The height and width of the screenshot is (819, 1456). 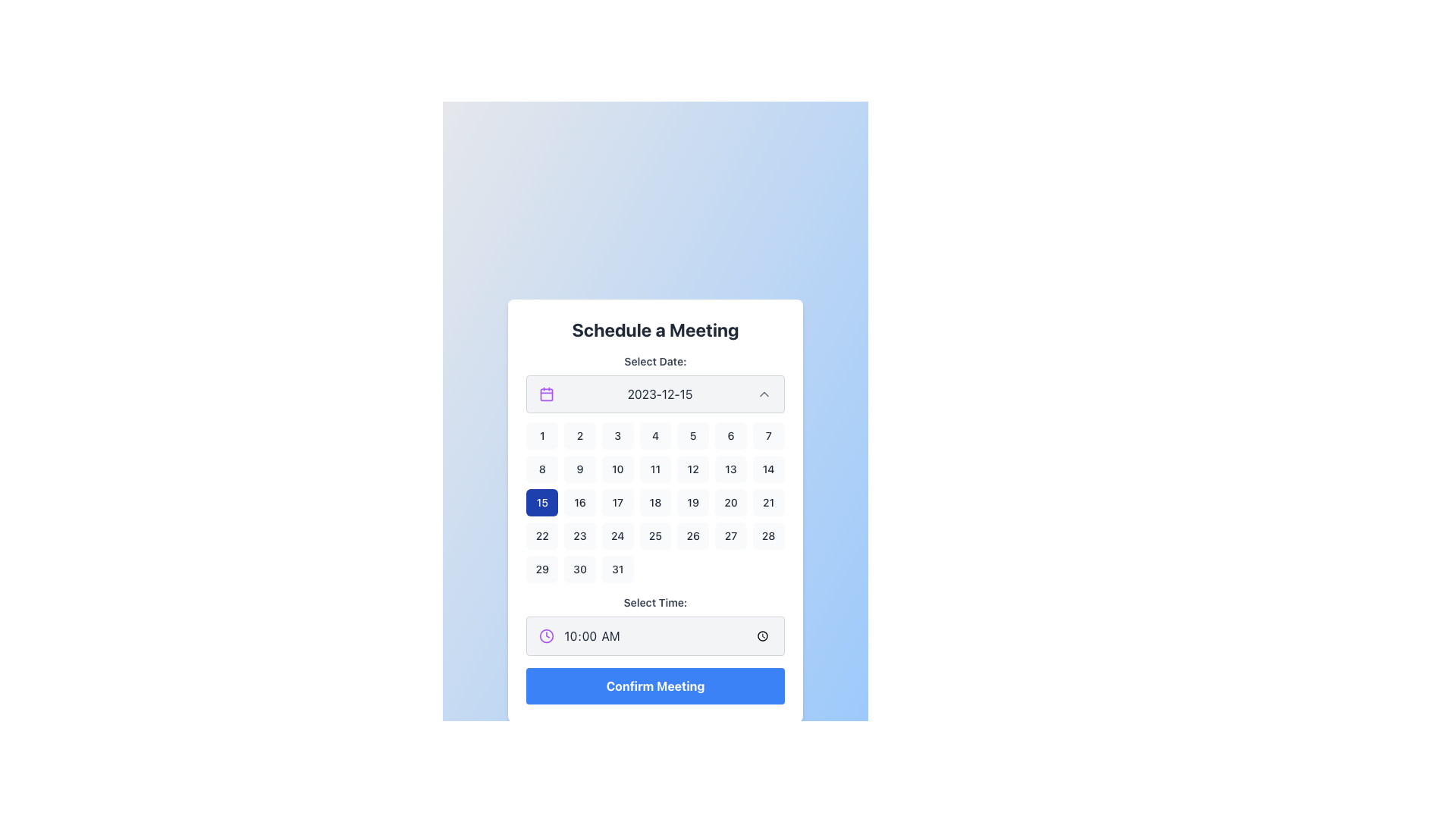 I want to click on the numeric button labeled '18', which is styled with a light gray background and medium-dark gray text color, located in the third row and fourth column of a calendar grid layout, so click(x=655, y=503).